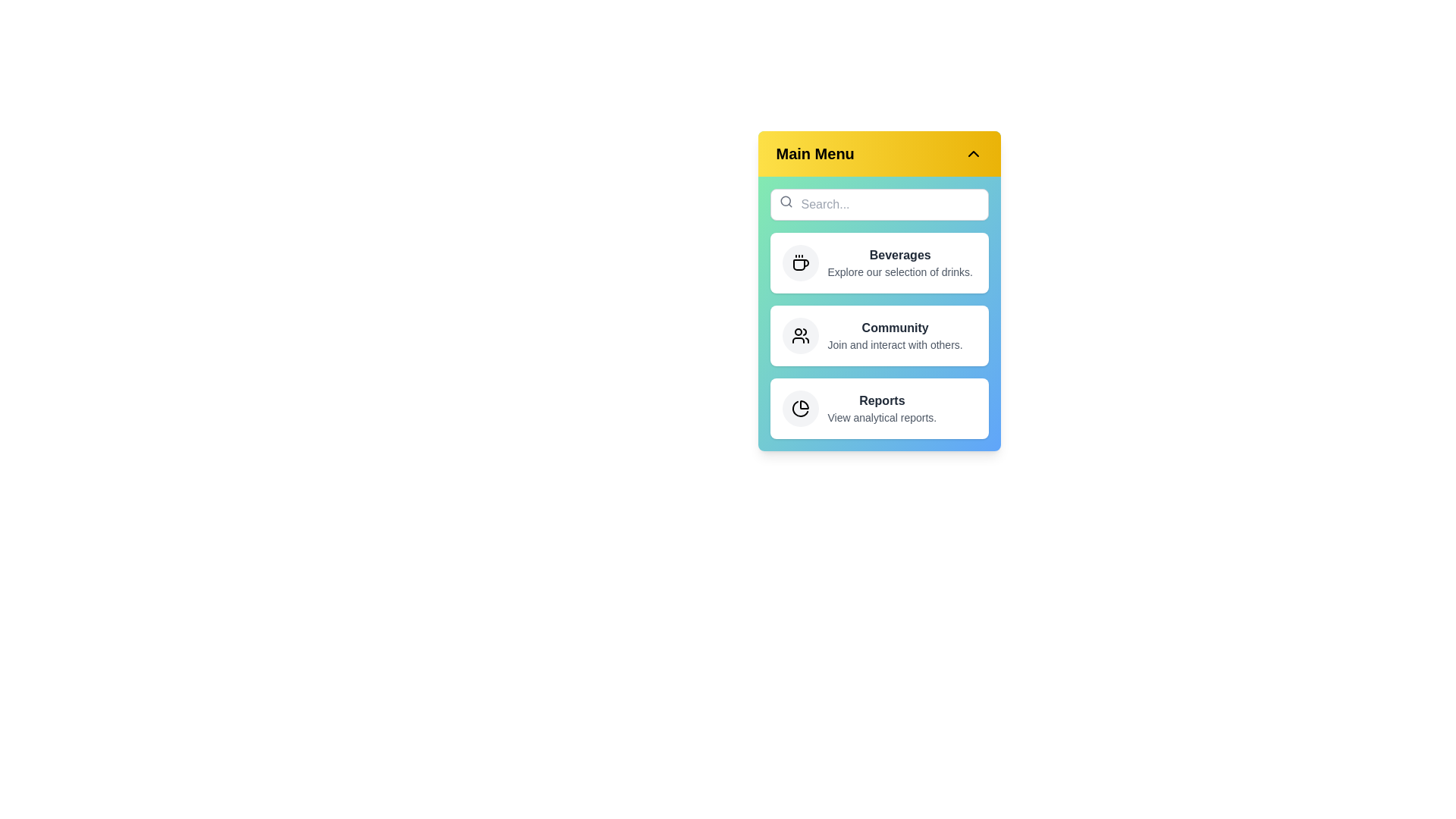 The width and height of the screenshot is (1456, 819). Describe the element at coordinates (879, 154) in the screenshot. I see `toggle button at the top of the sidebar to toggle its visibility` at that location.